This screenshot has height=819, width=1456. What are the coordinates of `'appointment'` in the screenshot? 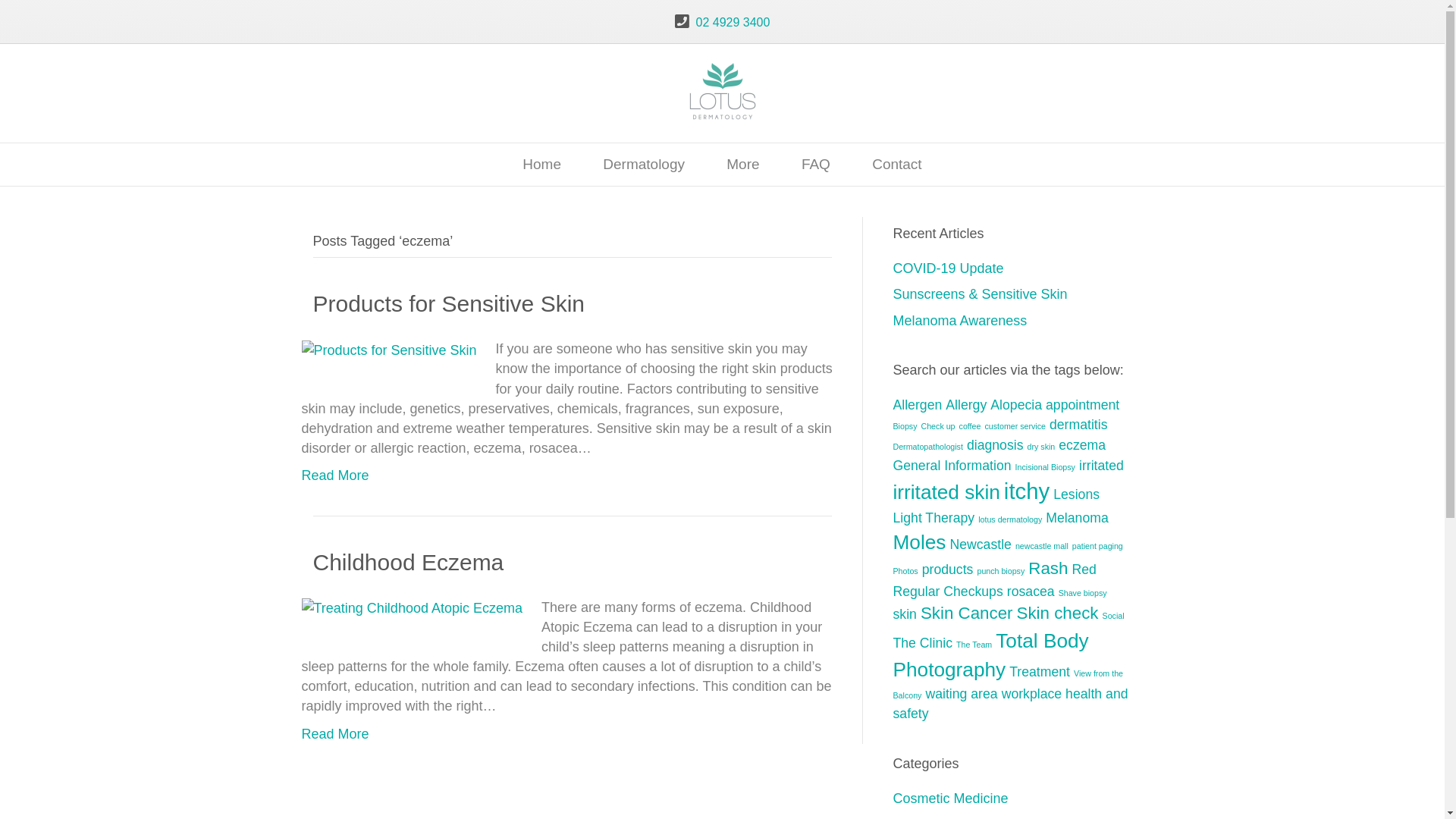 It's located at (1044, 403).